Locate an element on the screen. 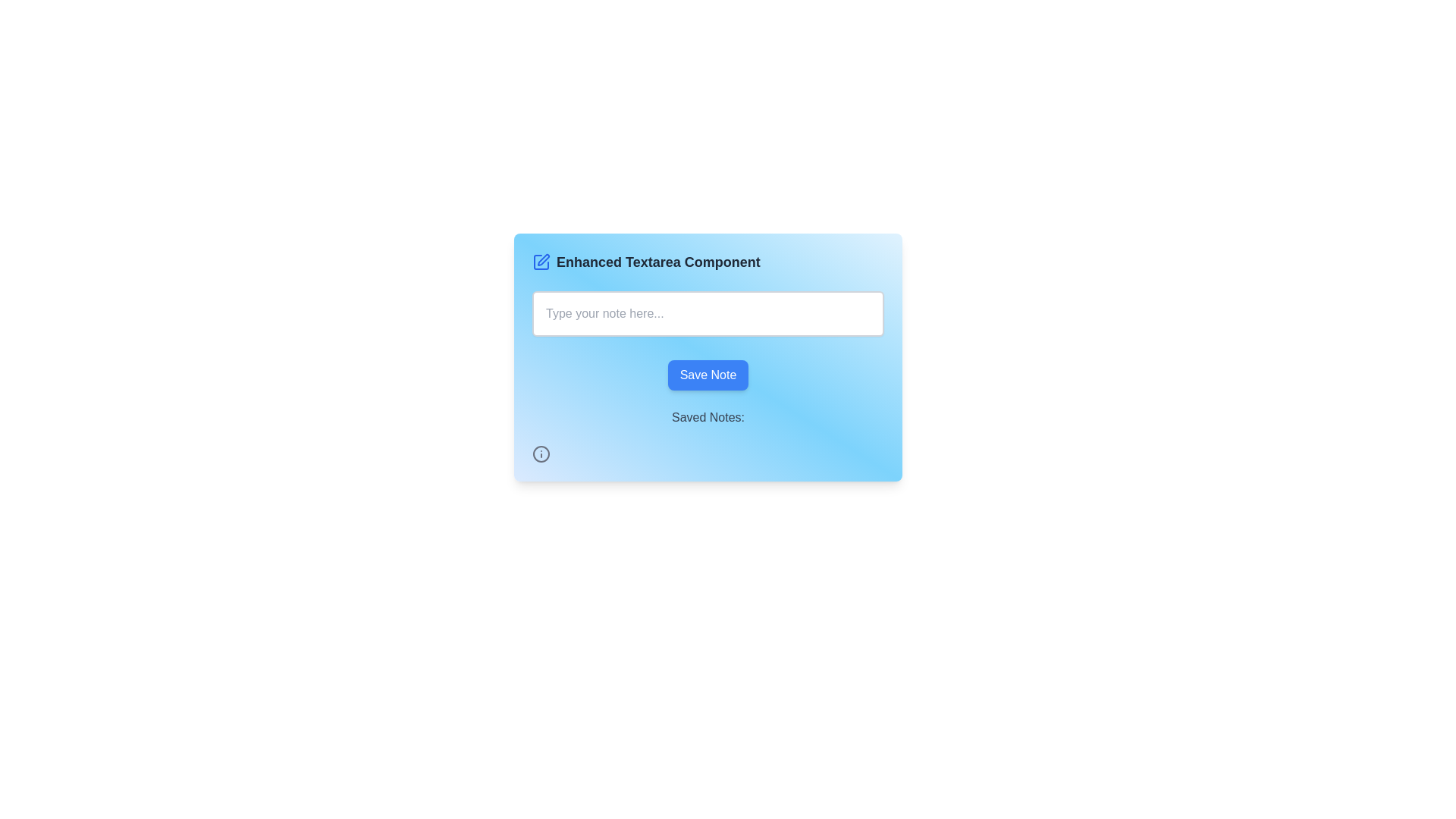 The width and height of the screenshot is (1456, 819). the editing icon located to the left of the 'Enhanced Textarea Component' text is located at coordinates (541, 262).